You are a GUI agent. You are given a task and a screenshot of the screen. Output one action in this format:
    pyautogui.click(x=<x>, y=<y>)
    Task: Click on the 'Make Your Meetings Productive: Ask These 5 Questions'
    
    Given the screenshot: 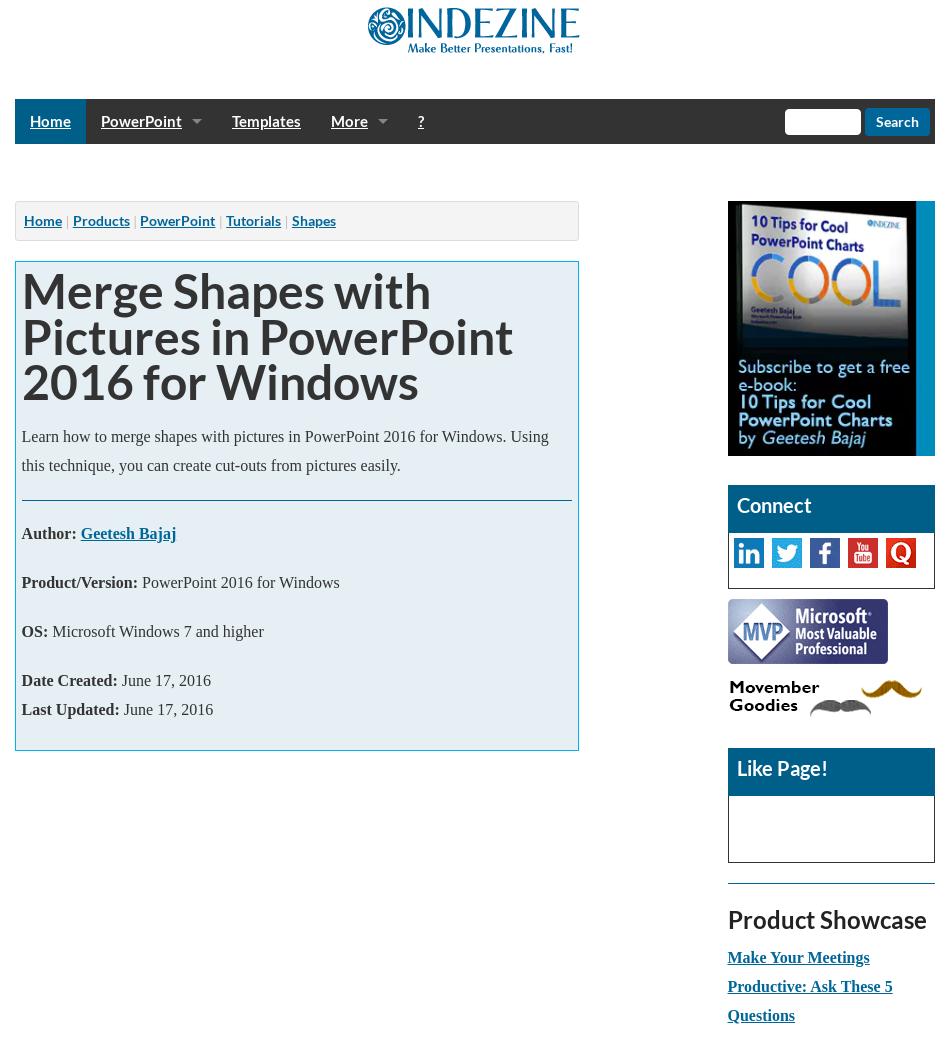 What is the action you would take?
    pyautogui.click(x=726, y=986)
    